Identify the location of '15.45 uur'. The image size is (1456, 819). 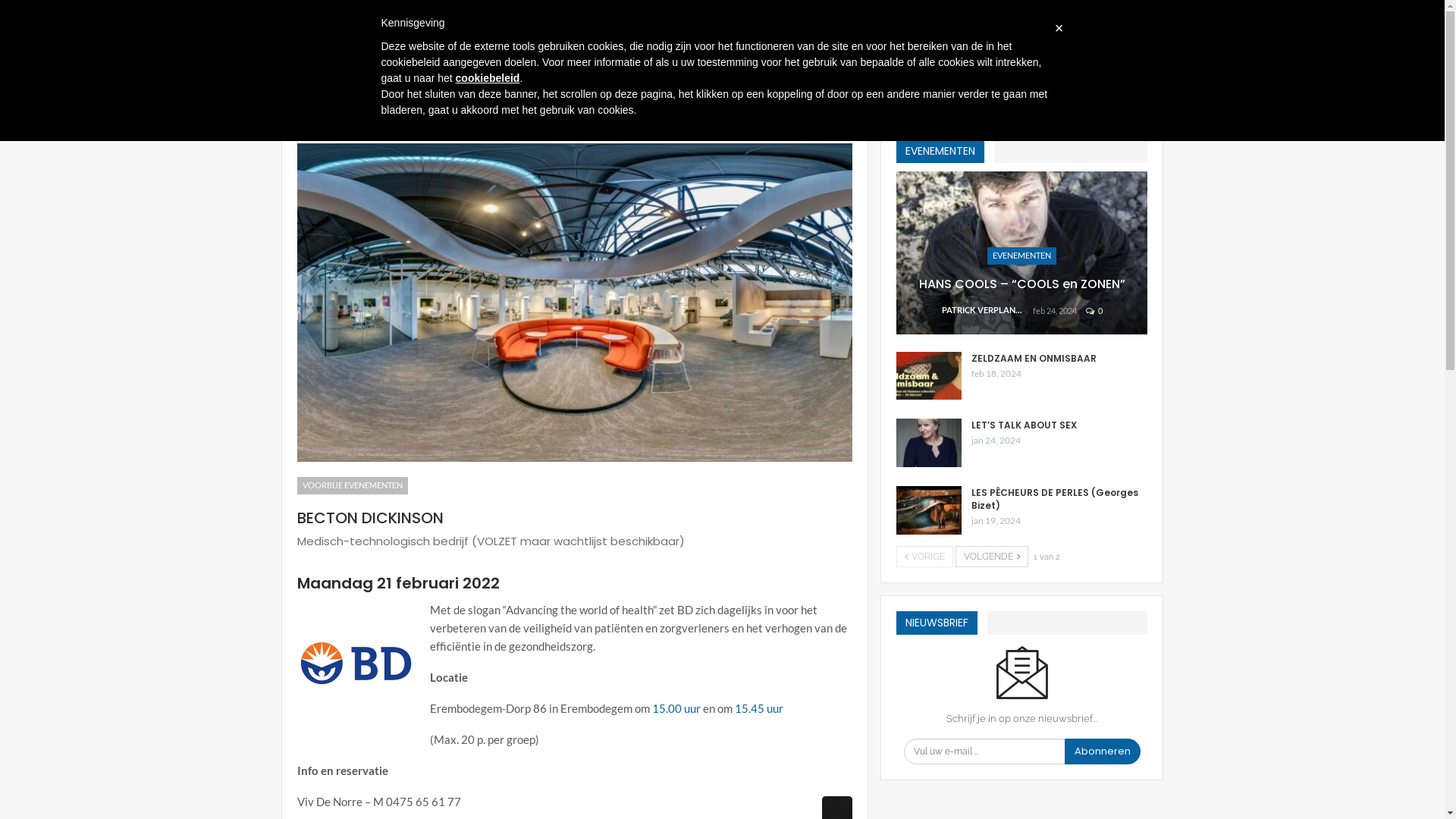
(758, 708).